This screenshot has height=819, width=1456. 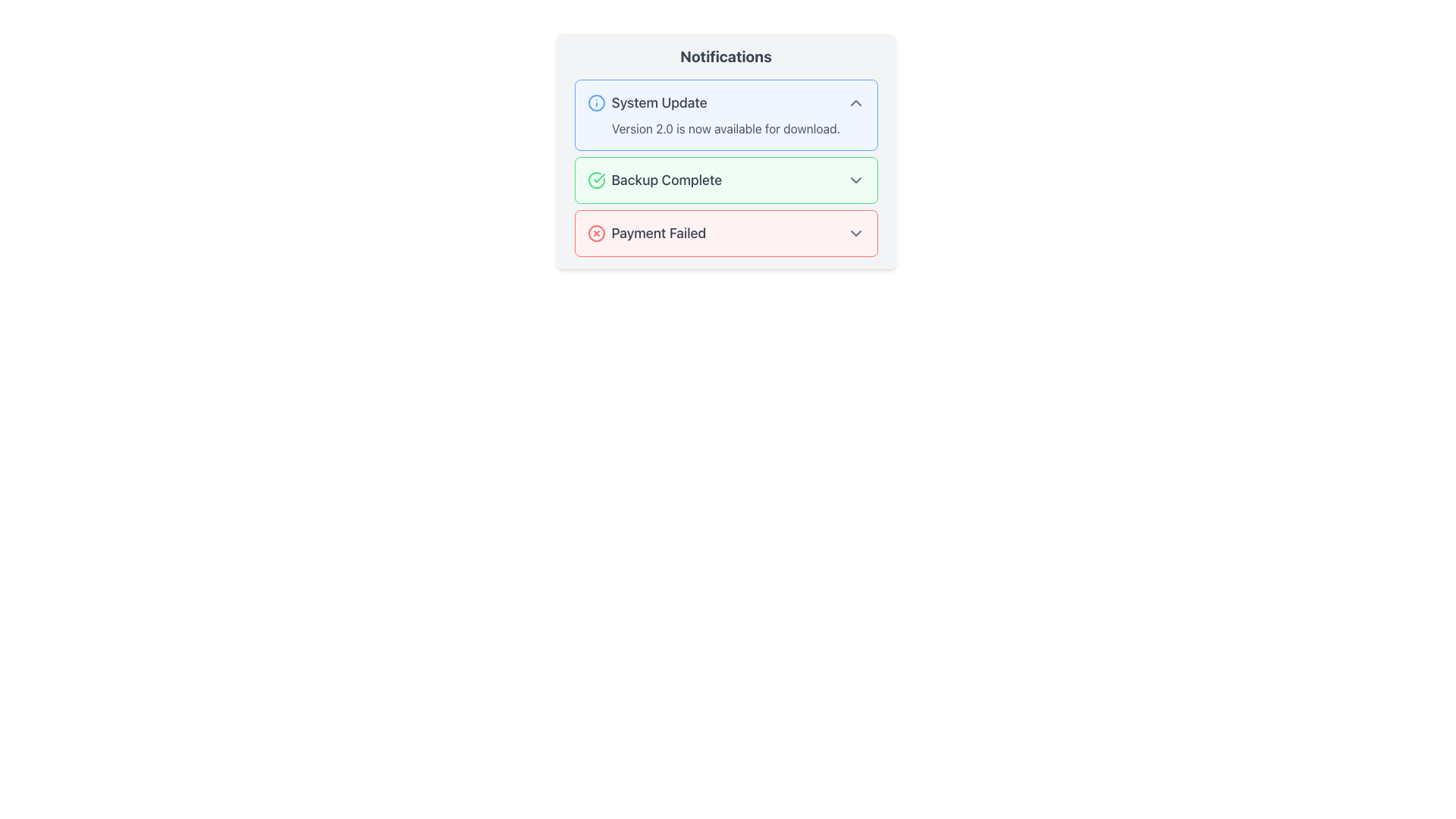 I want to click on text content of the Header label indicating a system update, which is the topmost element among the notification items, so click(x=647, y=102).